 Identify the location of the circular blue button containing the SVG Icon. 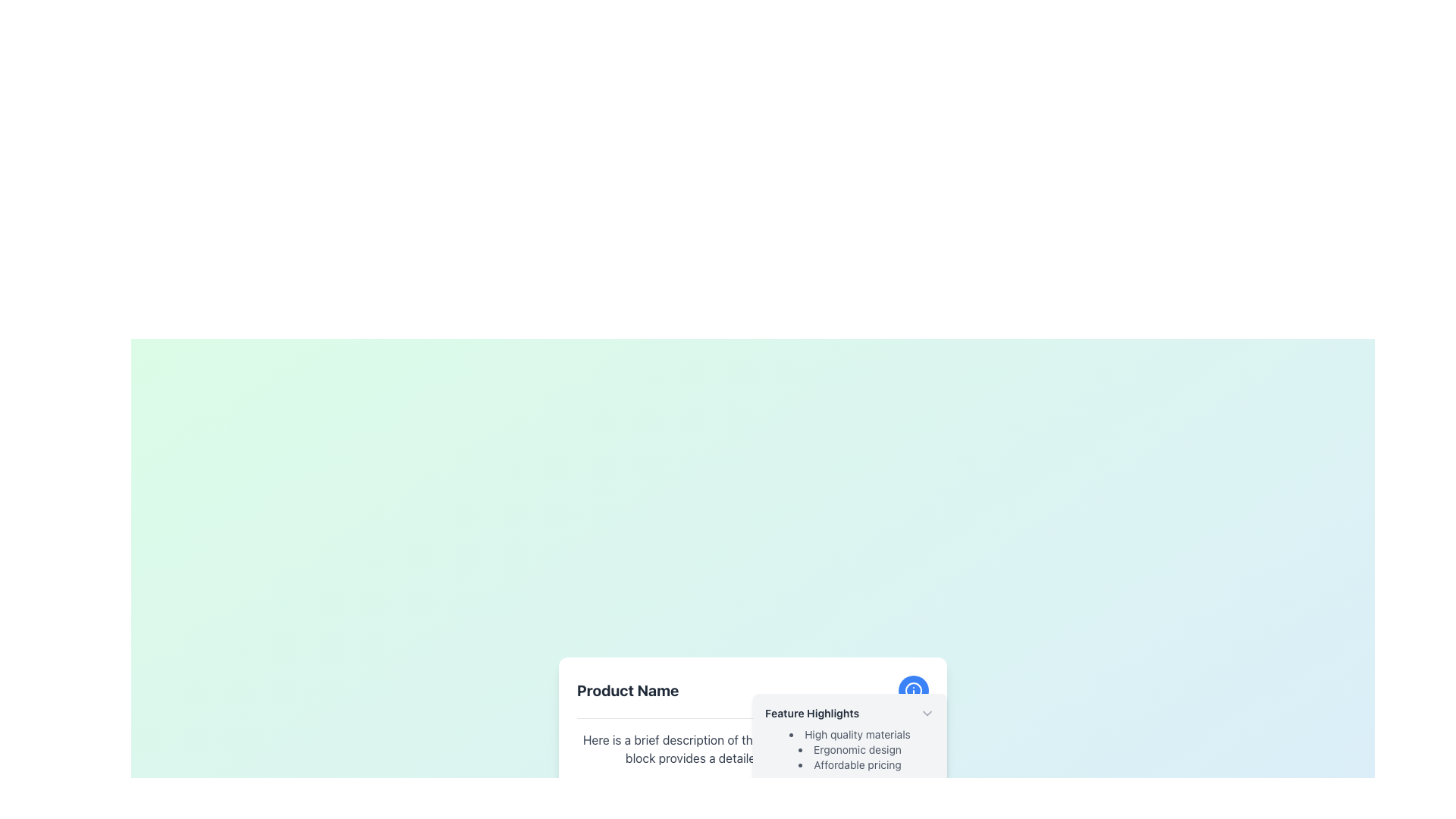
(912, 690).